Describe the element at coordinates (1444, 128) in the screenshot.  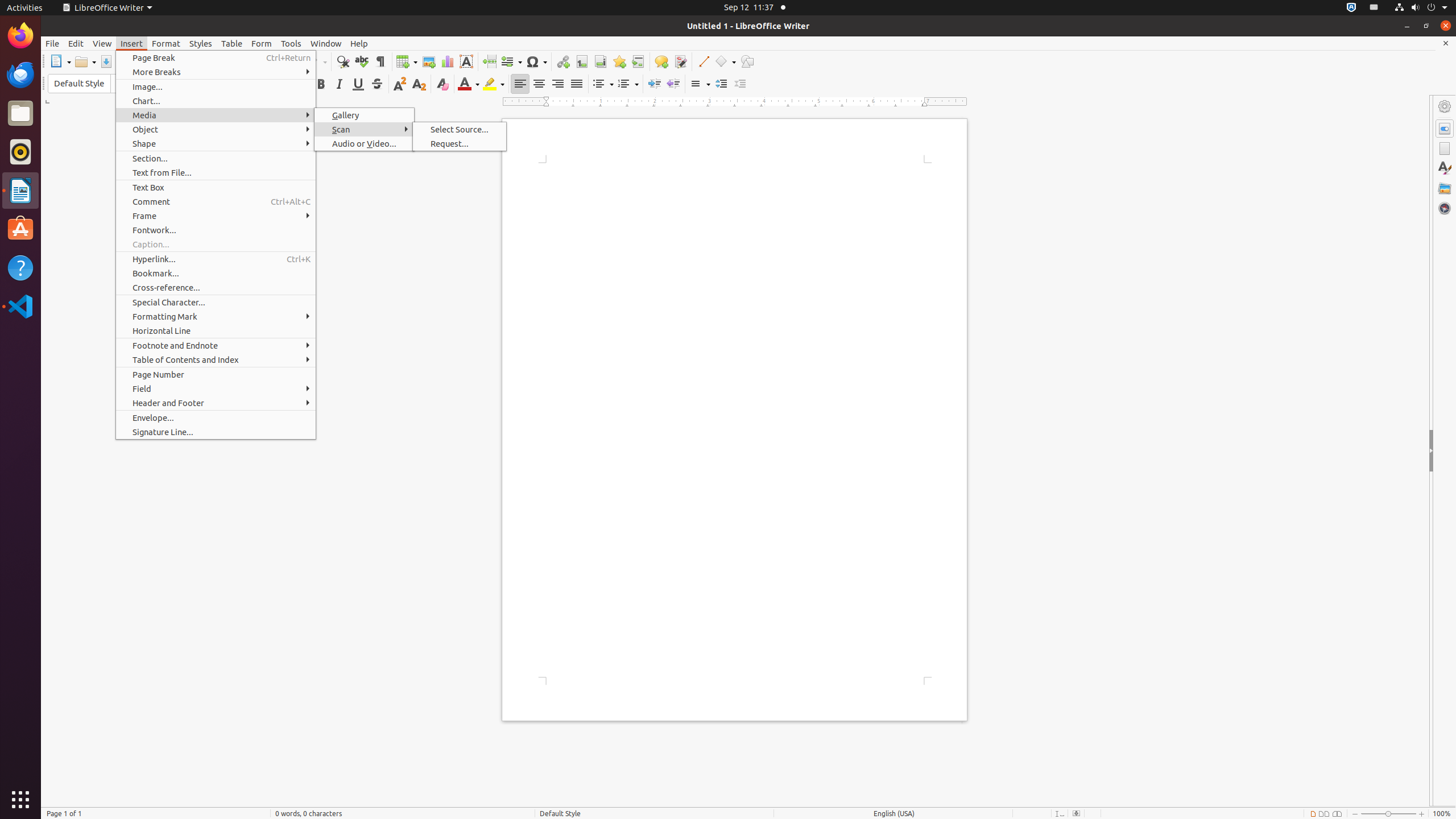
I see `'Properties'` at that location.